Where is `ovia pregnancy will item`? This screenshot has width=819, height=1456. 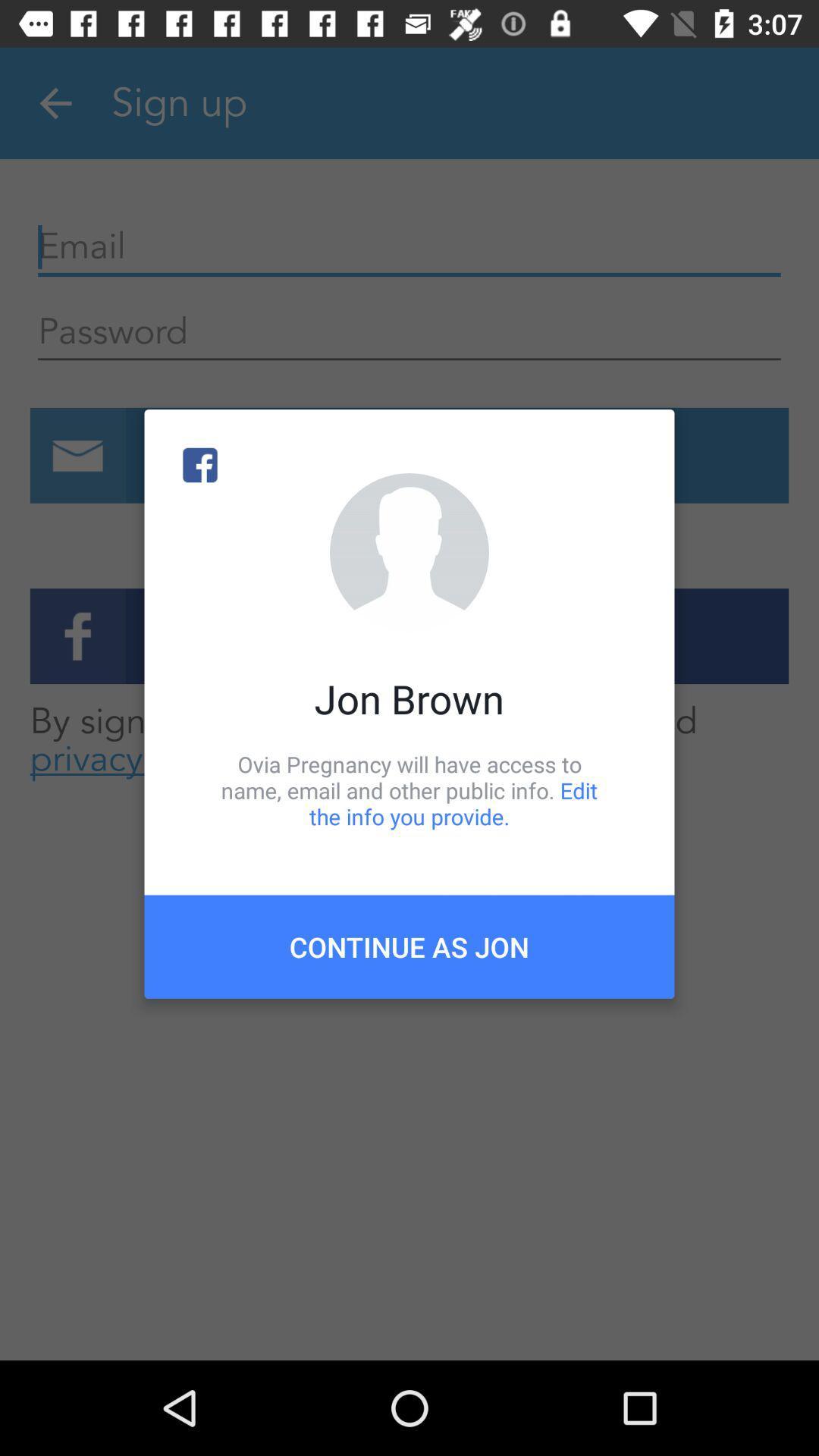
ovia pregnancy will item is located at coordinates (409, 789).